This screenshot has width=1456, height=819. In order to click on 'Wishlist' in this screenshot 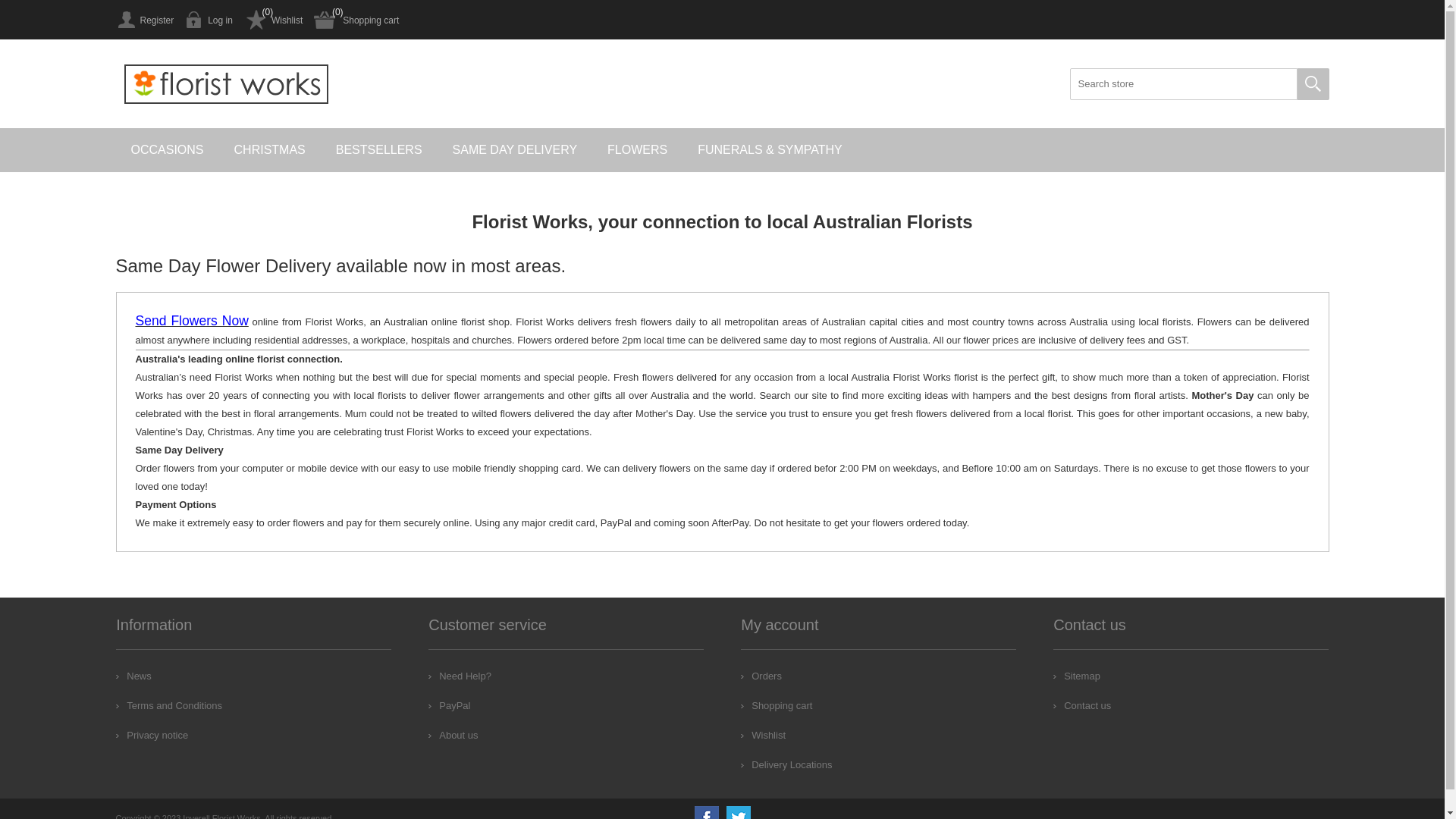, I will do `click(273, 20)`.